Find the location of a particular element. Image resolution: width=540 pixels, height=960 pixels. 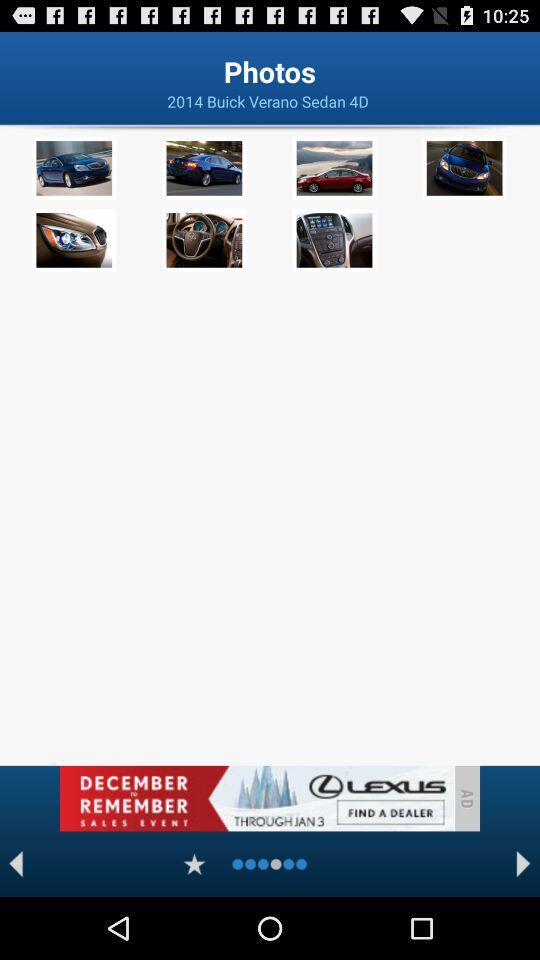

open advertisement is located at coordinates (256, 798).